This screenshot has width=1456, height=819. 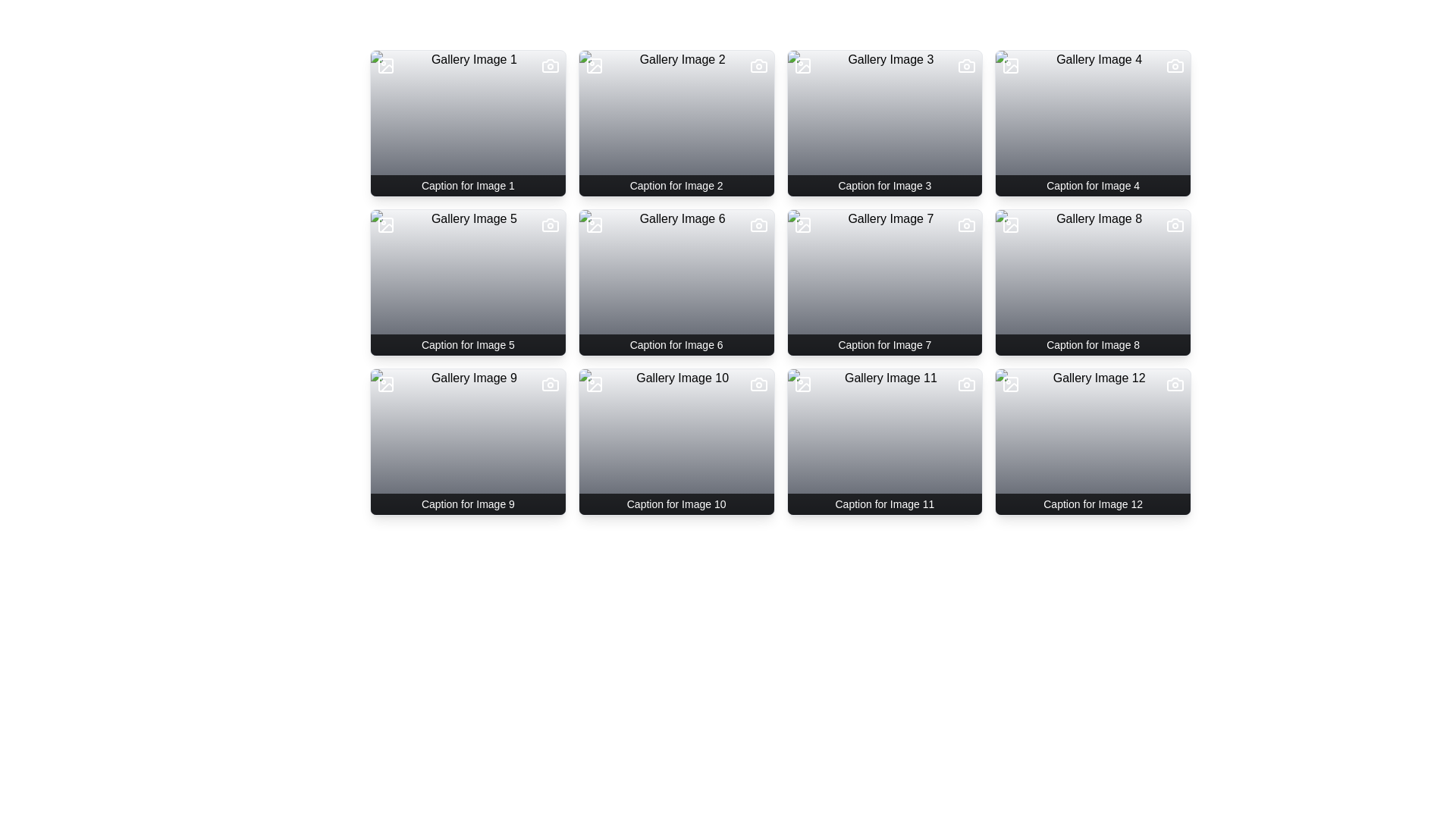 What do you see at coordinates (802, 225) in the screenshot?
I see `the decorative icon located at the top-left corner of the card labeled 'Caption for Image 7'` at bounding box center [802, 225].